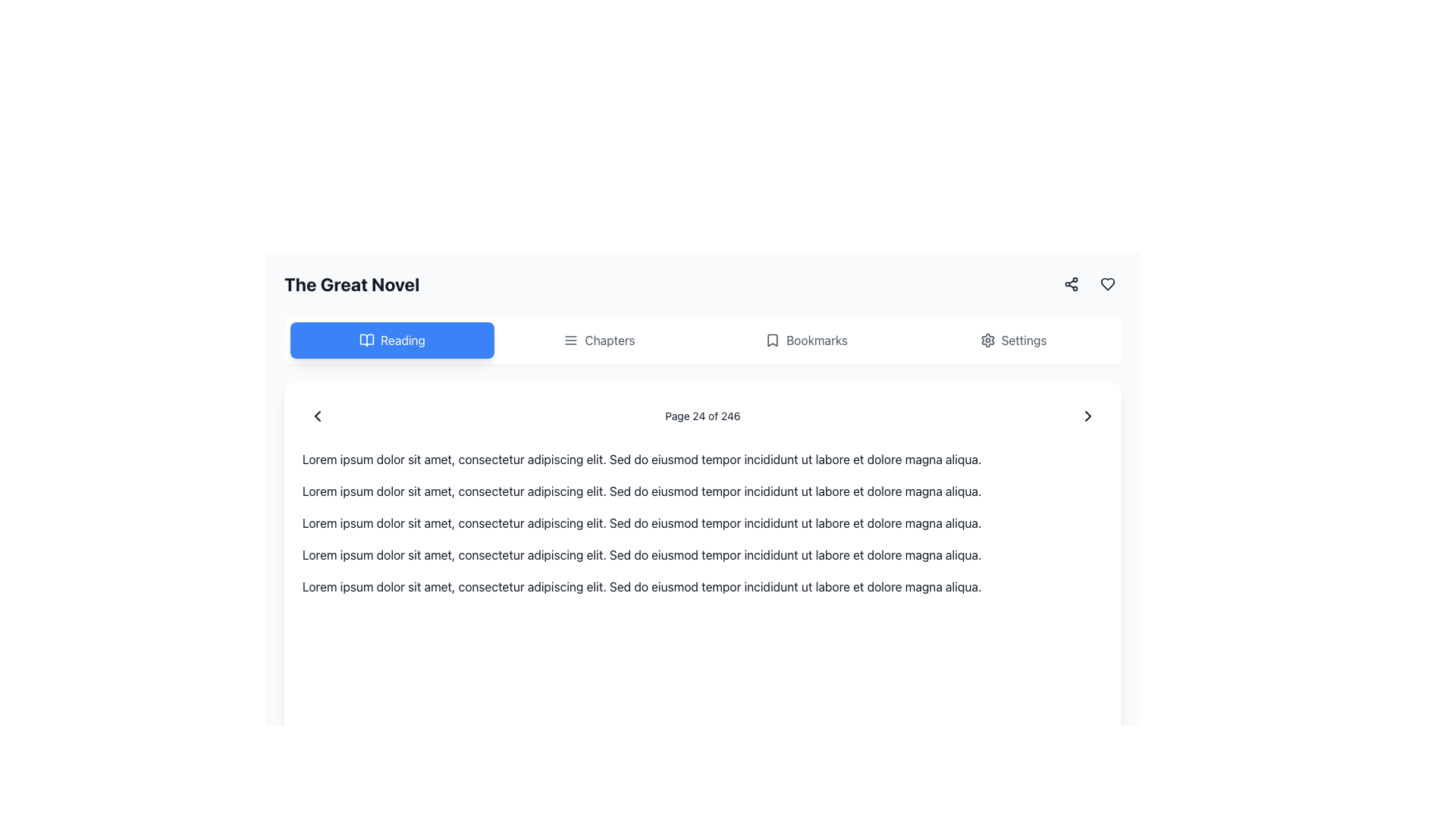  Describe the element at coordinates (316, 416) in the screenshot. I see `the leftmost chevron icon in the navigation bar` at that location.